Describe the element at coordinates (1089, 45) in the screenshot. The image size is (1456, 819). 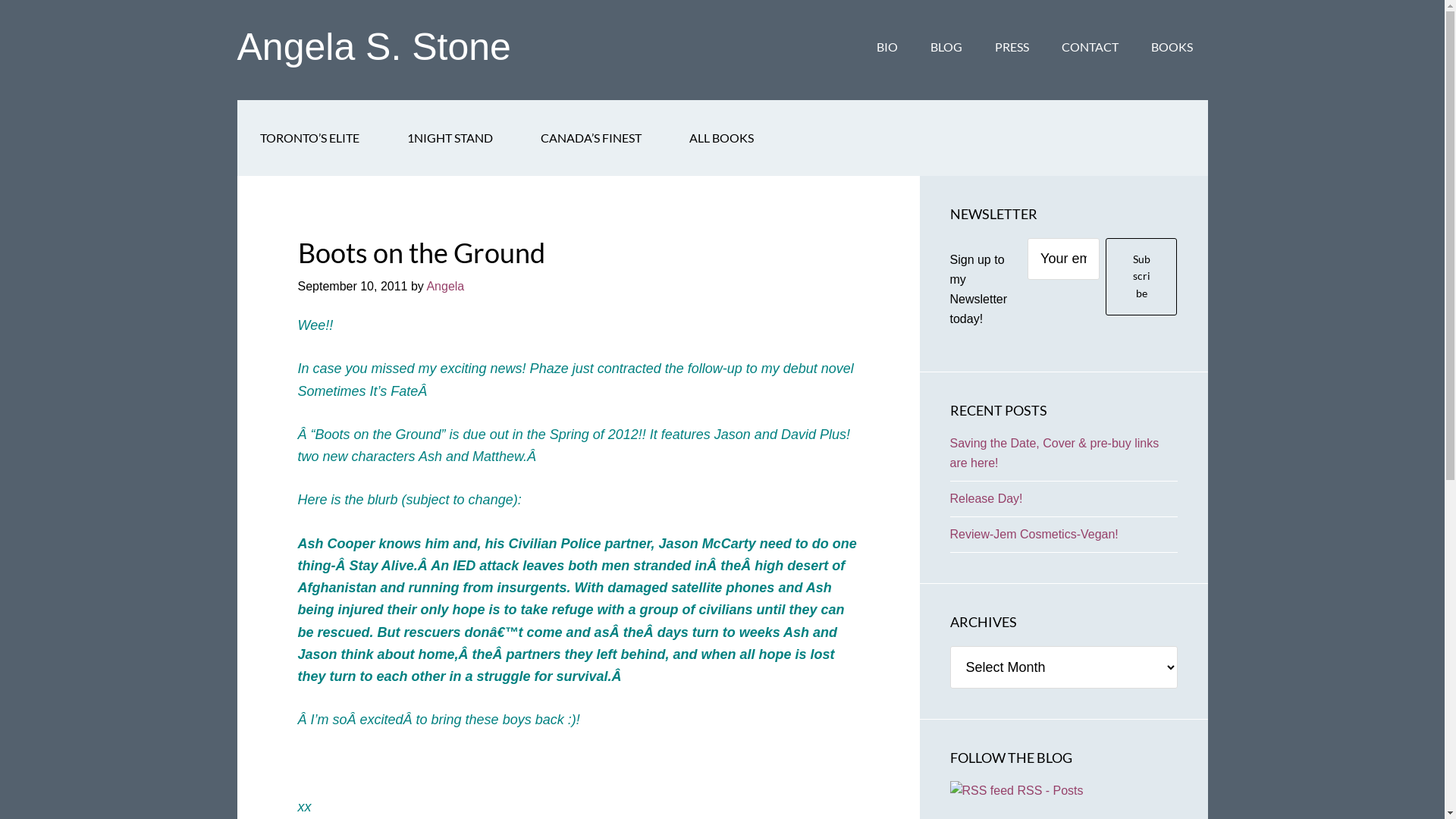
I see `'CONTACT'` at that location.